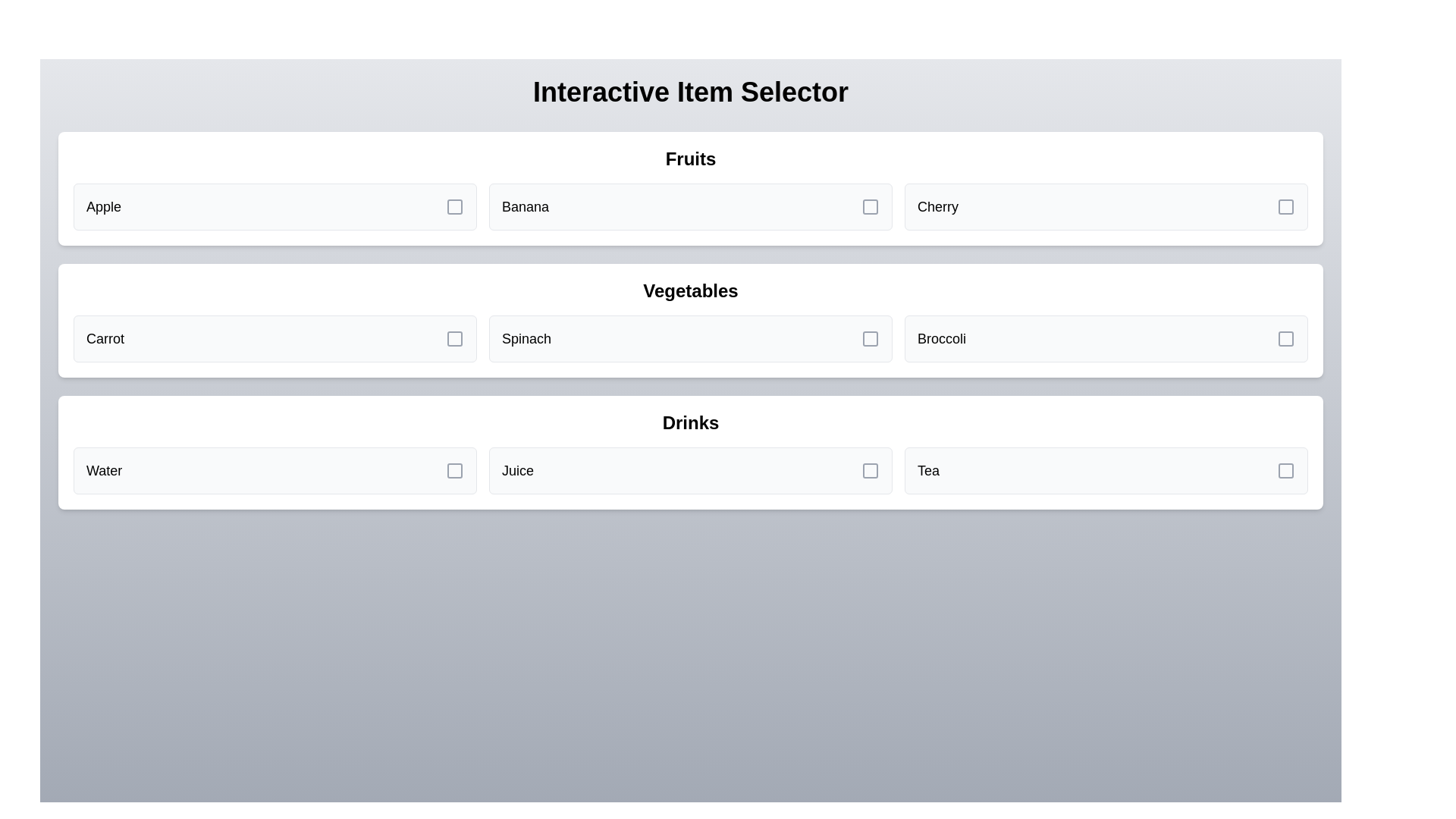 The image size is (1456, 819). Describe the element at coordinates (690, 338) in the screenshot. I see `the item Spinach from the grid` at that location.